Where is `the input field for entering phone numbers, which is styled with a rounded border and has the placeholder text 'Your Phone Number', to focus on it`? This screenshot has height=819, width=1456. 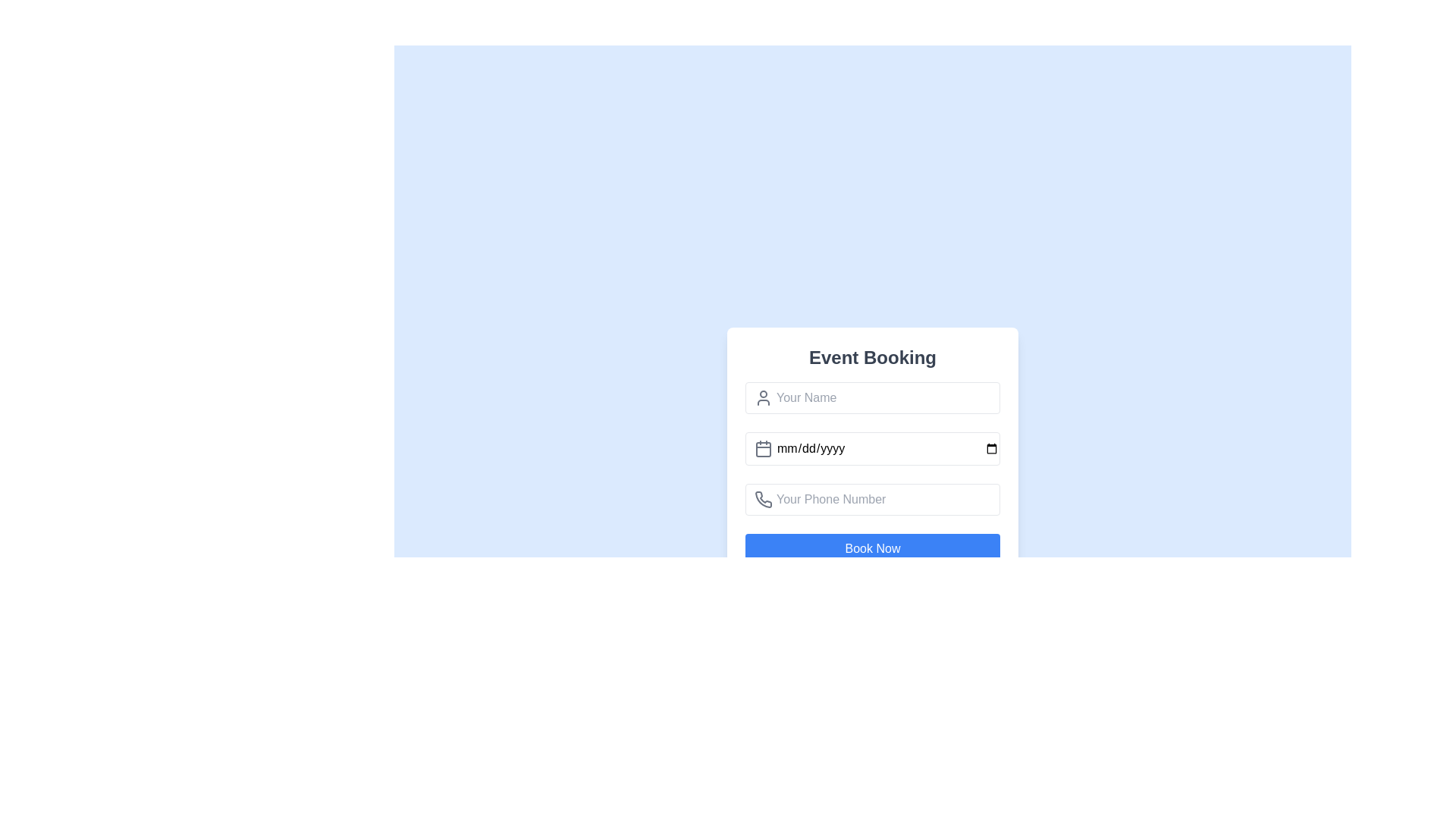 the input field for entering phone numbers, which is styled with a rounded border and has the placeholder text 'Your Phone Number', to focus on it is located at coordinates (873, 500).